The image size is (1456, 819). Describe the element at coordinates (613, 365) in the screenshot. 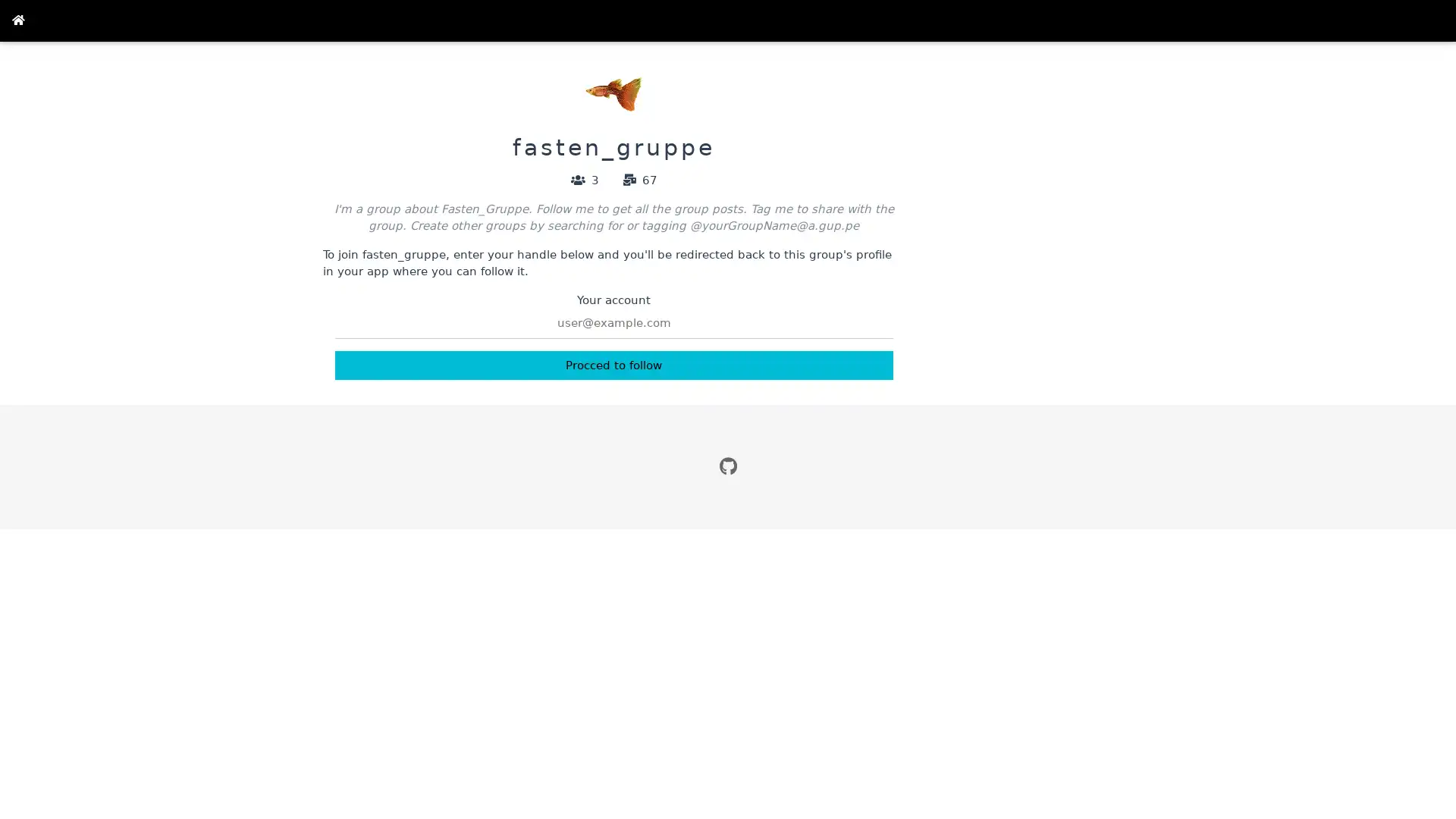

I see `Procced to follow` at that location.